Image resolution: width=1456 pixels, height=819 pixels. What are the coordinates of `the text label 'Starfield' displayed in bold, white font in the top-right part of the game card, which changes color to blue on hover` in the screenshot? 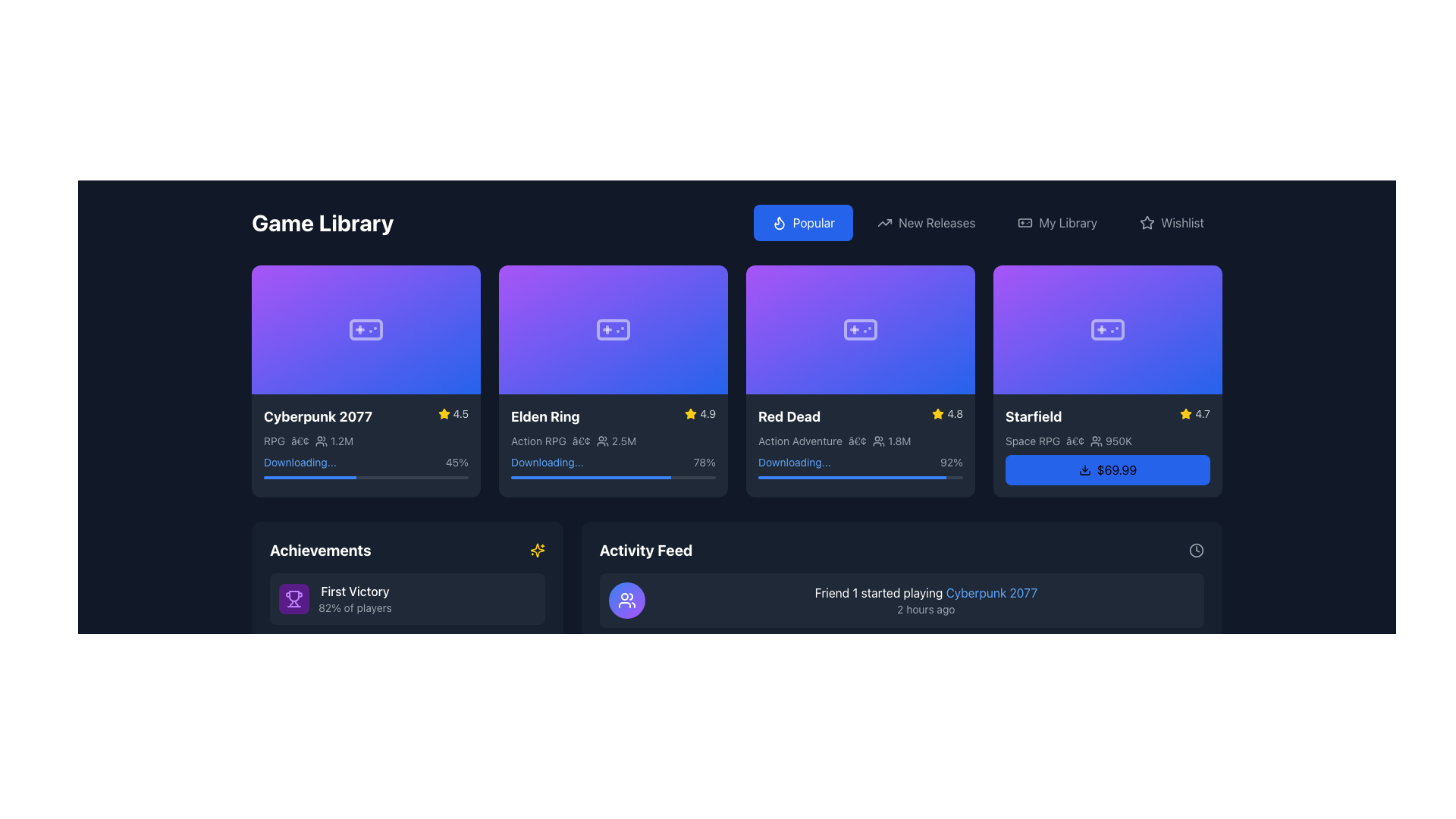 It's located at (1033, 416).